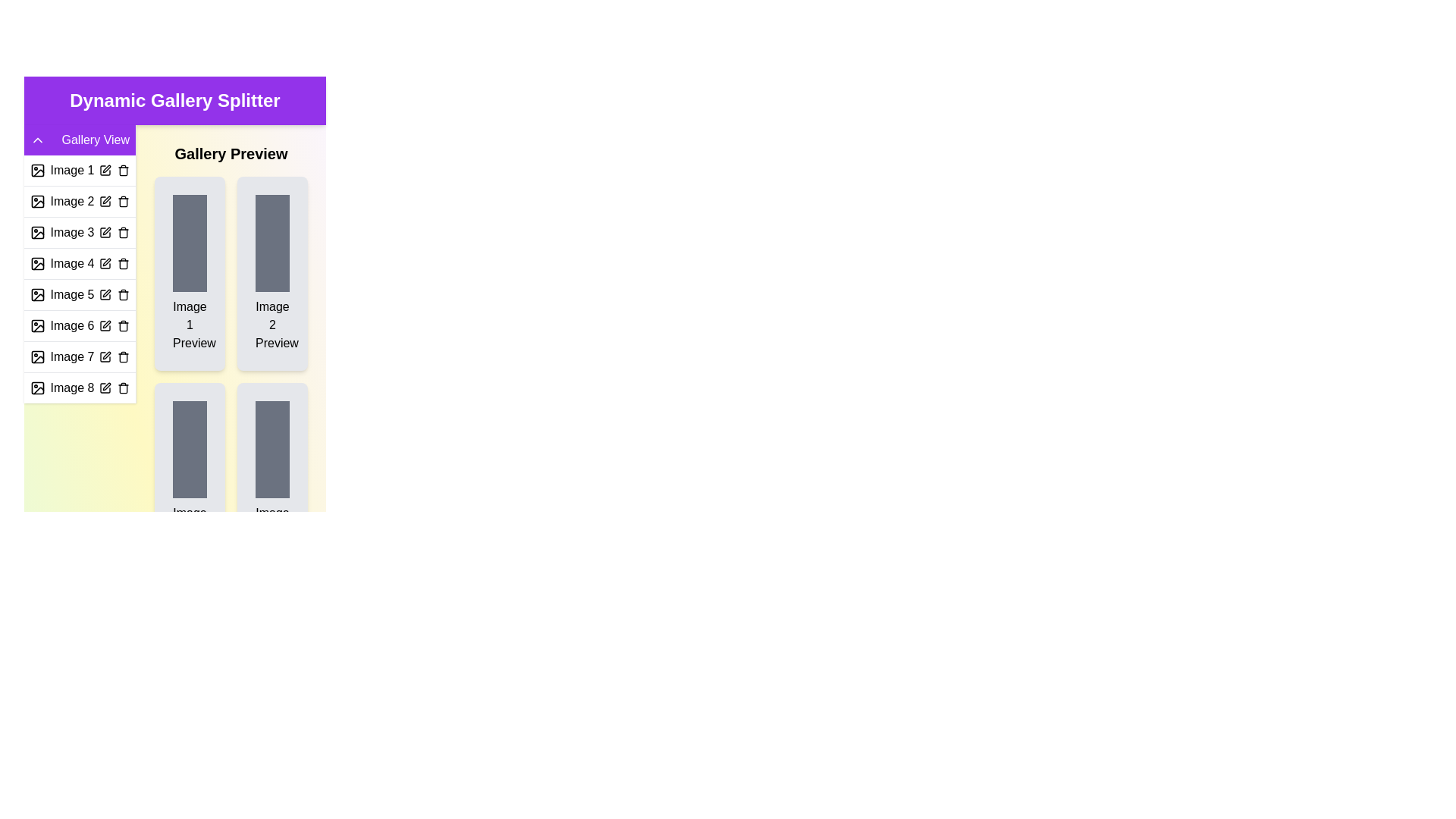  I want to click on the delete icon of the List entry labeled 'Image 7' in the Gallery View, so click(79, 356).